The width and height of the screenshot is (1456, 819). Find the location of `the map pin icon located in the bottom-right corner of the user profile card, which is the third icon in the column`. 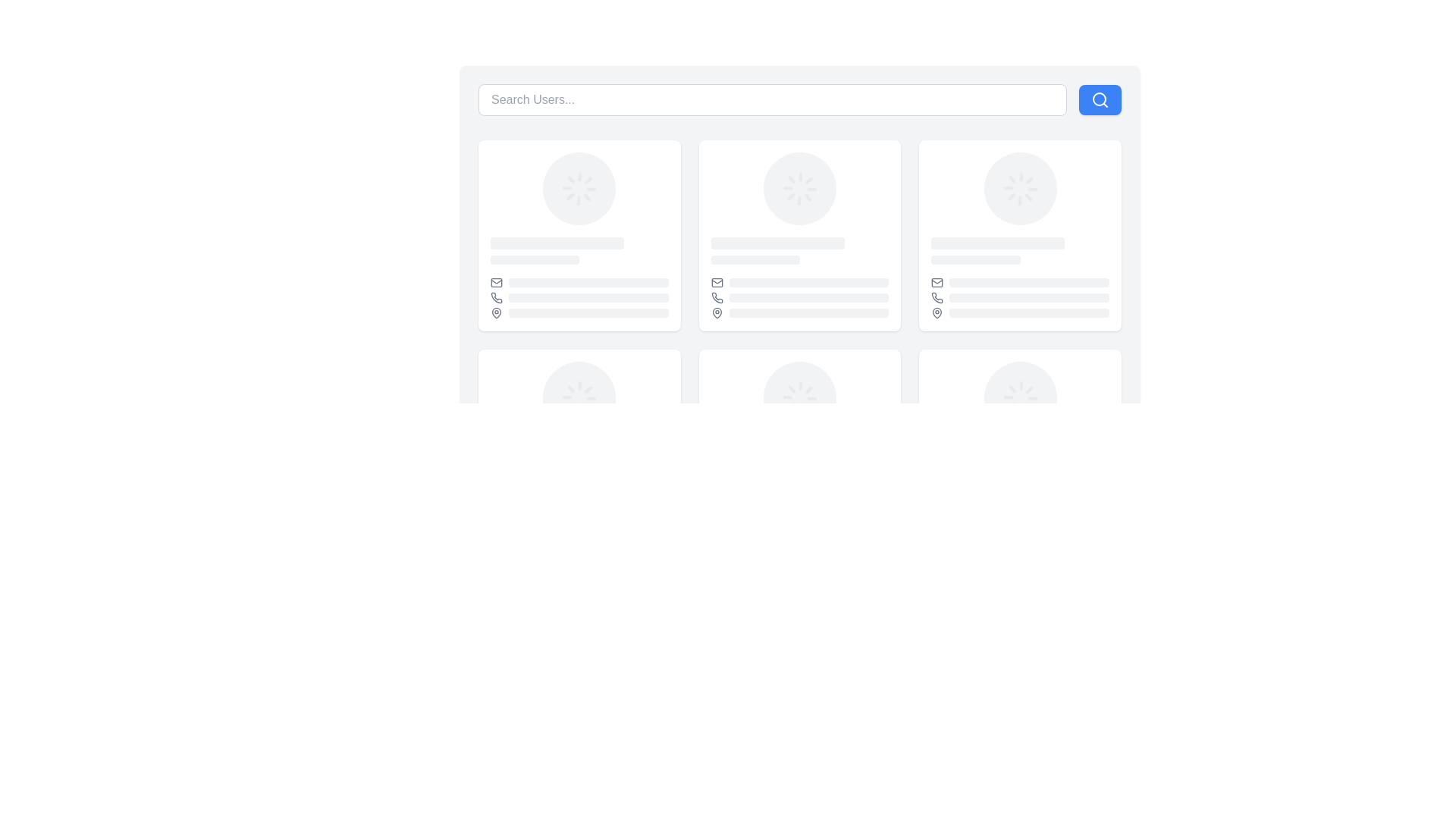

the map pin icon located in the bottom-right corner of the user profile card, which is the third icon in the column is located at coordinates (937, 312).